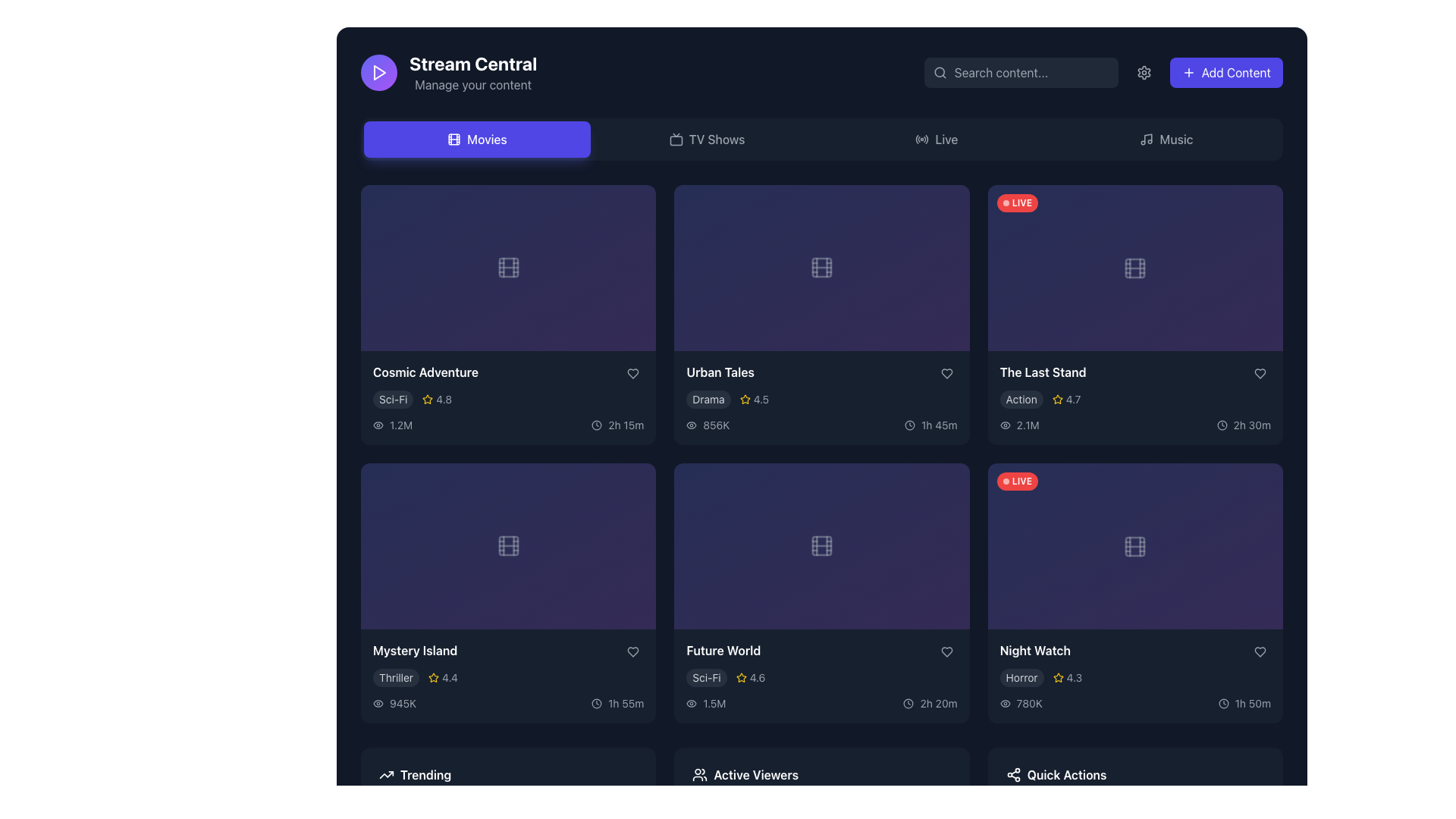  Describe the element at coordinates (508, 546) in the screenshot. I see `the content thumbnail for 'Mystery Island' located in the second row, first column of the grid layout in the 'Movies' section` at that location.